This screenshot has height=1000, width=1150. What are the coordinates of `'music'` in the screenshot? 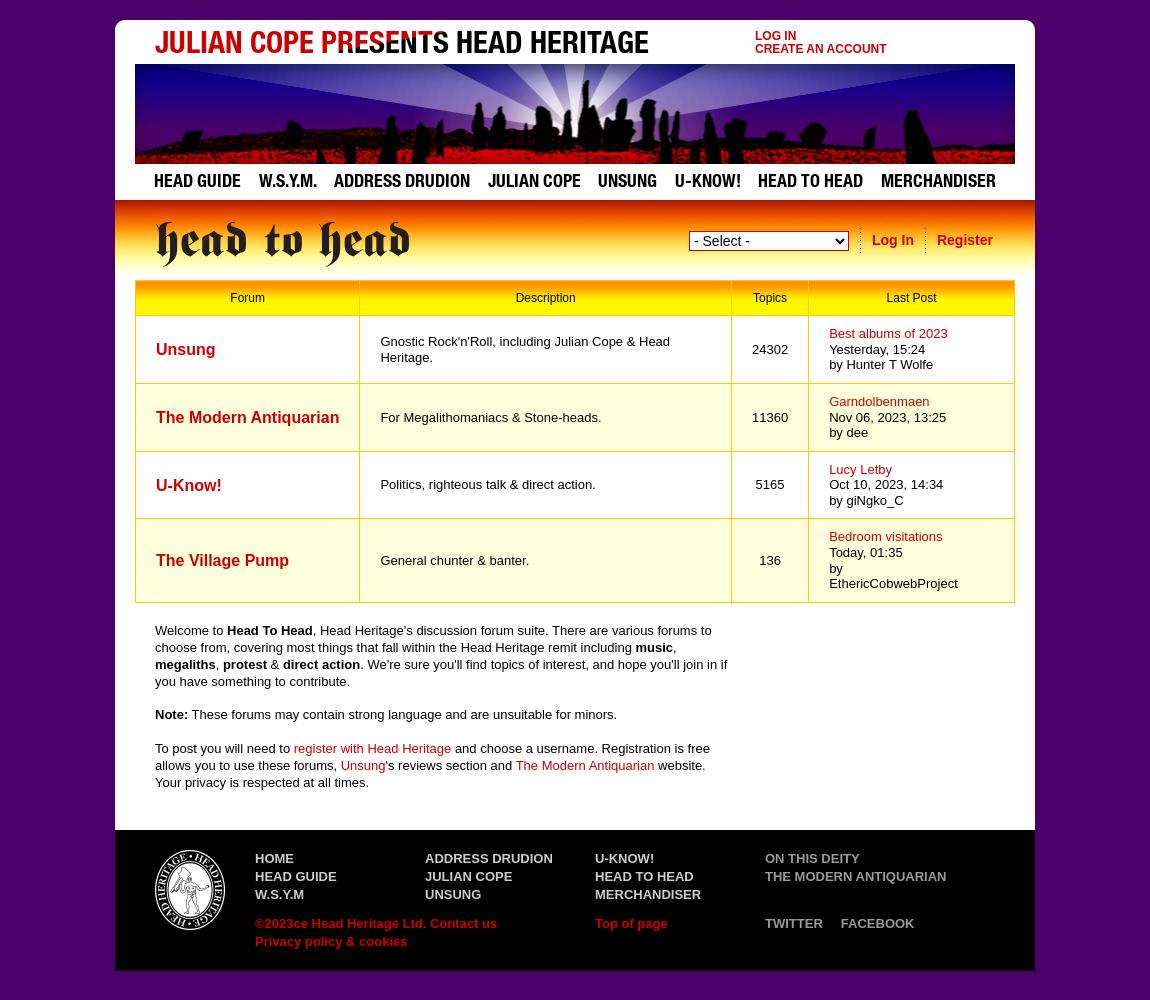 It's located at (653, 646).